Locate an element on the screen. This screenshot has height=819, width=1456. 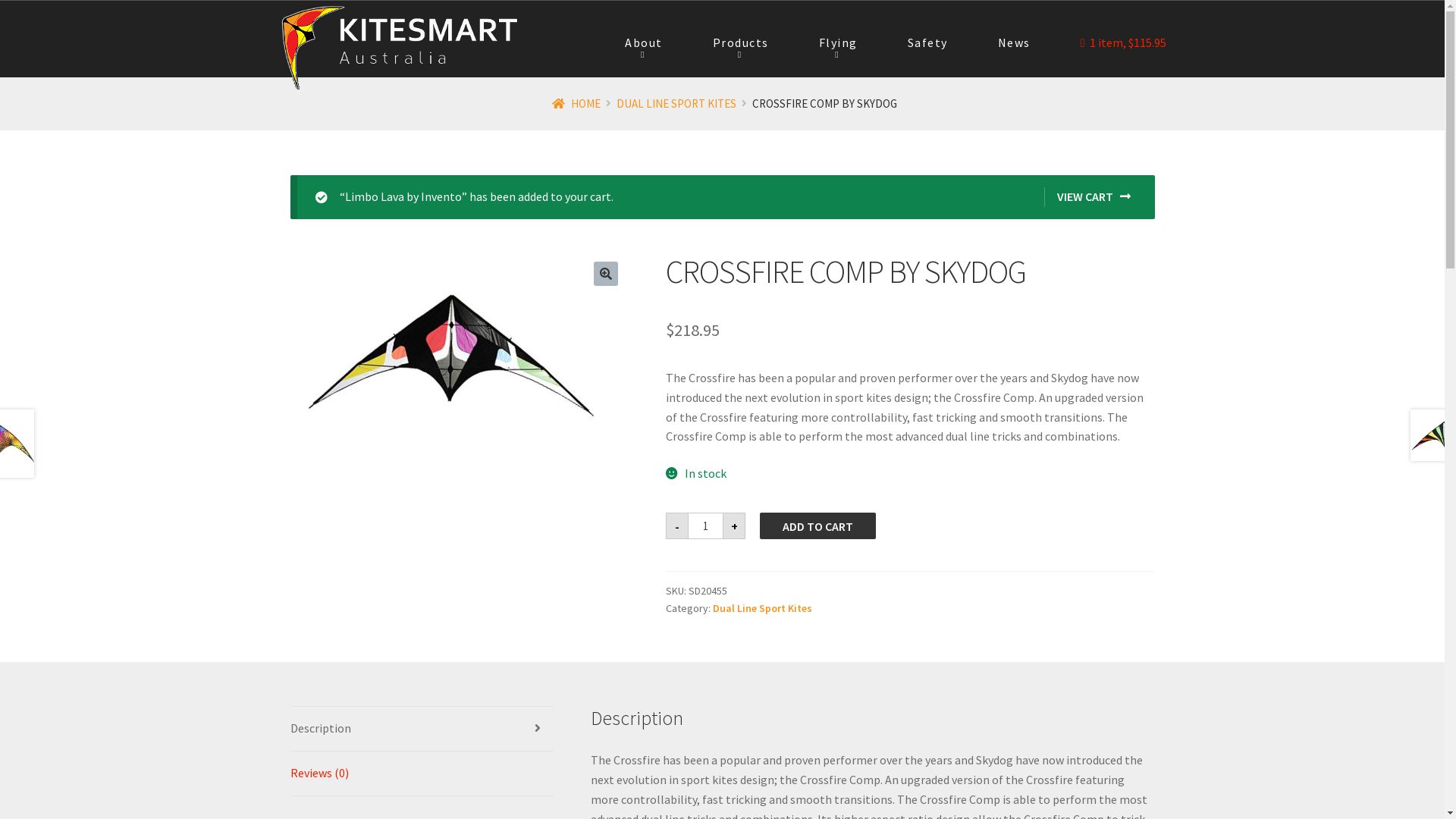
'Reviews (0)' is located at coordinates (421, 773).